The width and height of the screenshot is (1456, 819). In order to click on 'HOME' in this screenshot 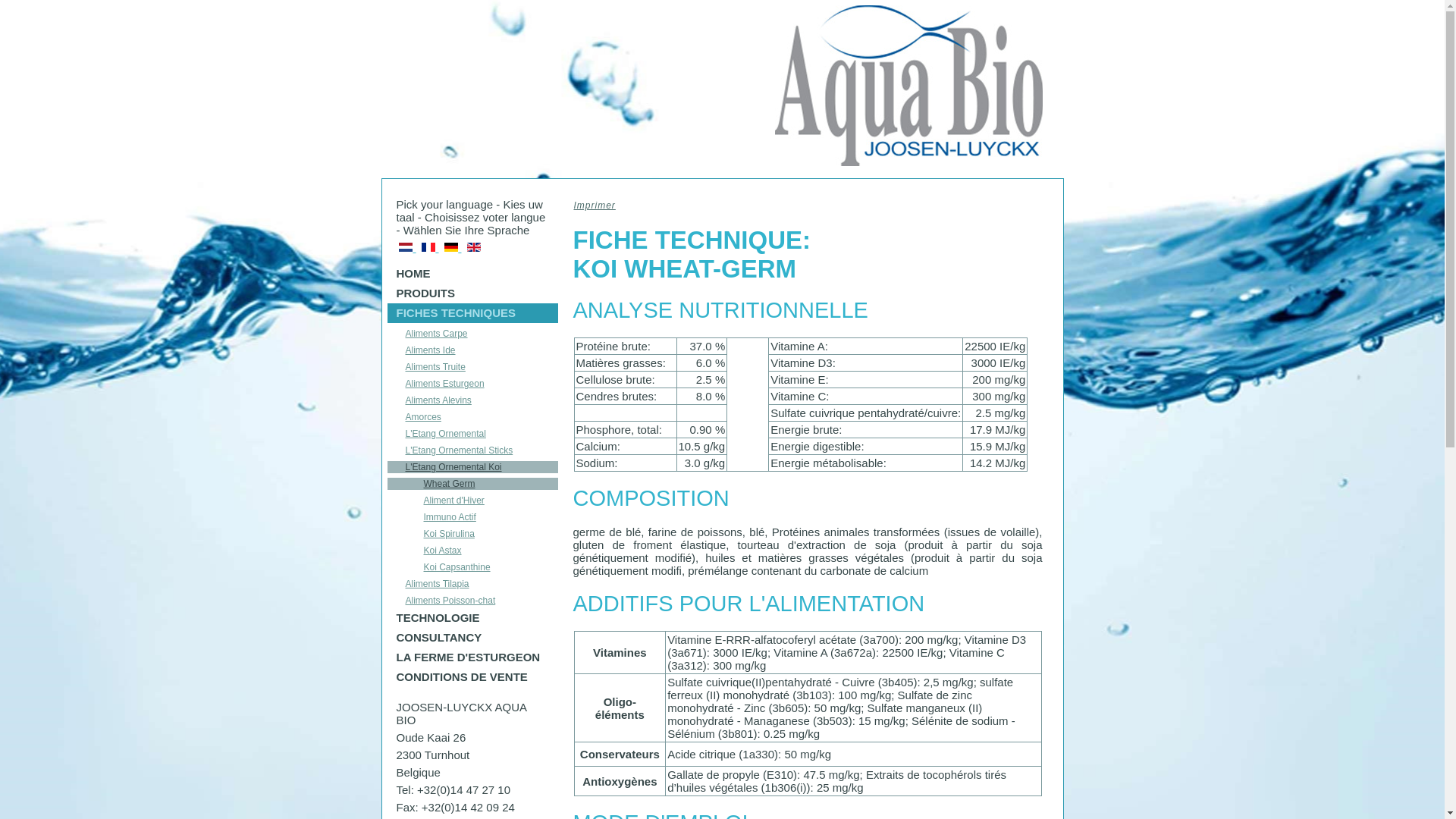, I will do `click(471, 274)`.